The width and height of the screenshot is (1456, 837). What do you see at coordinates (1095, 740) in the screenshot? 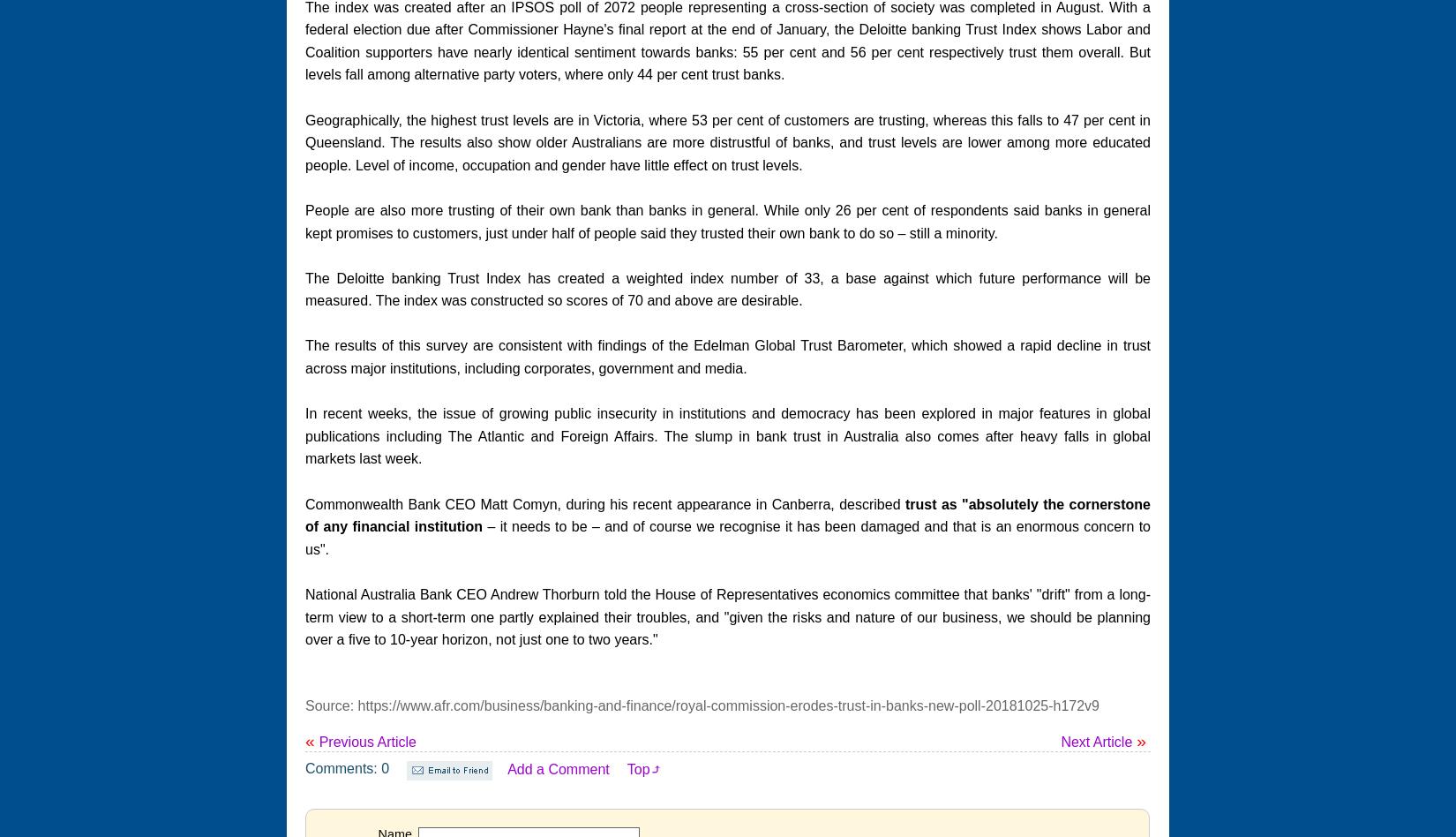
I see `'Next Article'` at bounding box center [1095, 740].